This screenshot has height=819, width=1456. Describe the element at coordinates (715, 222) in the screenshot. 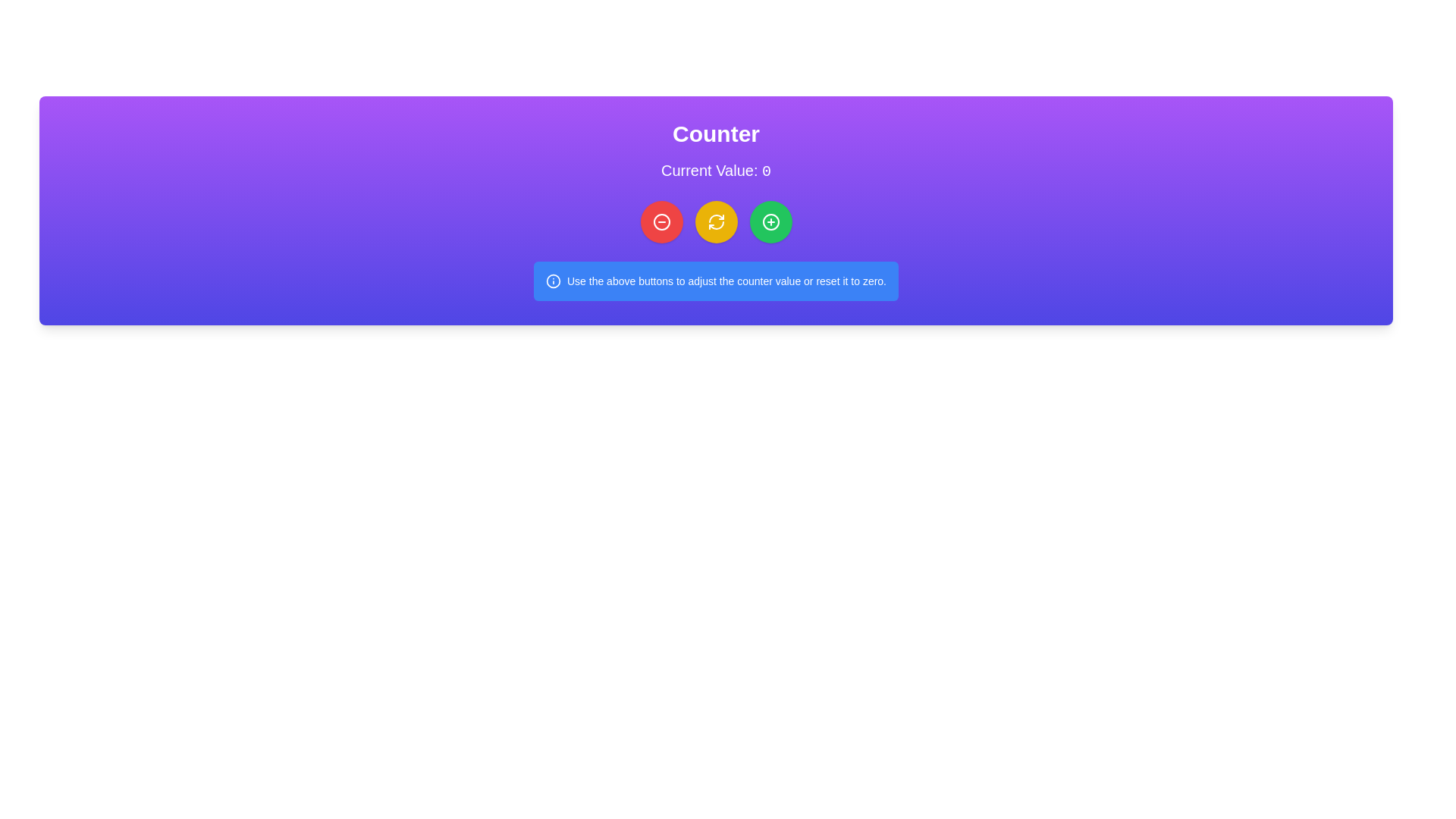

I see `the reset button, which is the second button in a group of three, to change its background color` at that location.